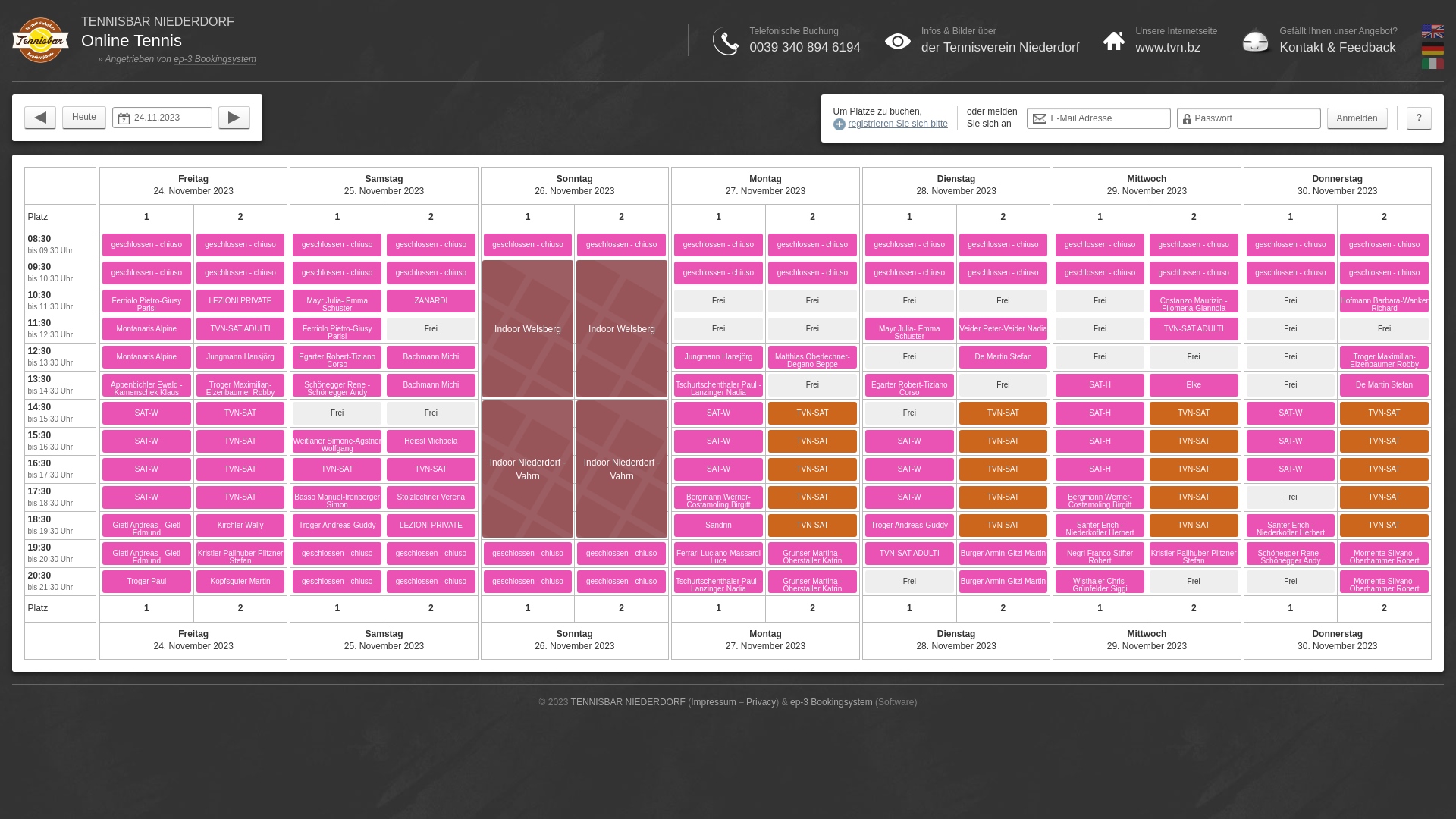  I want to click on 'Frei', so click(717, 301).